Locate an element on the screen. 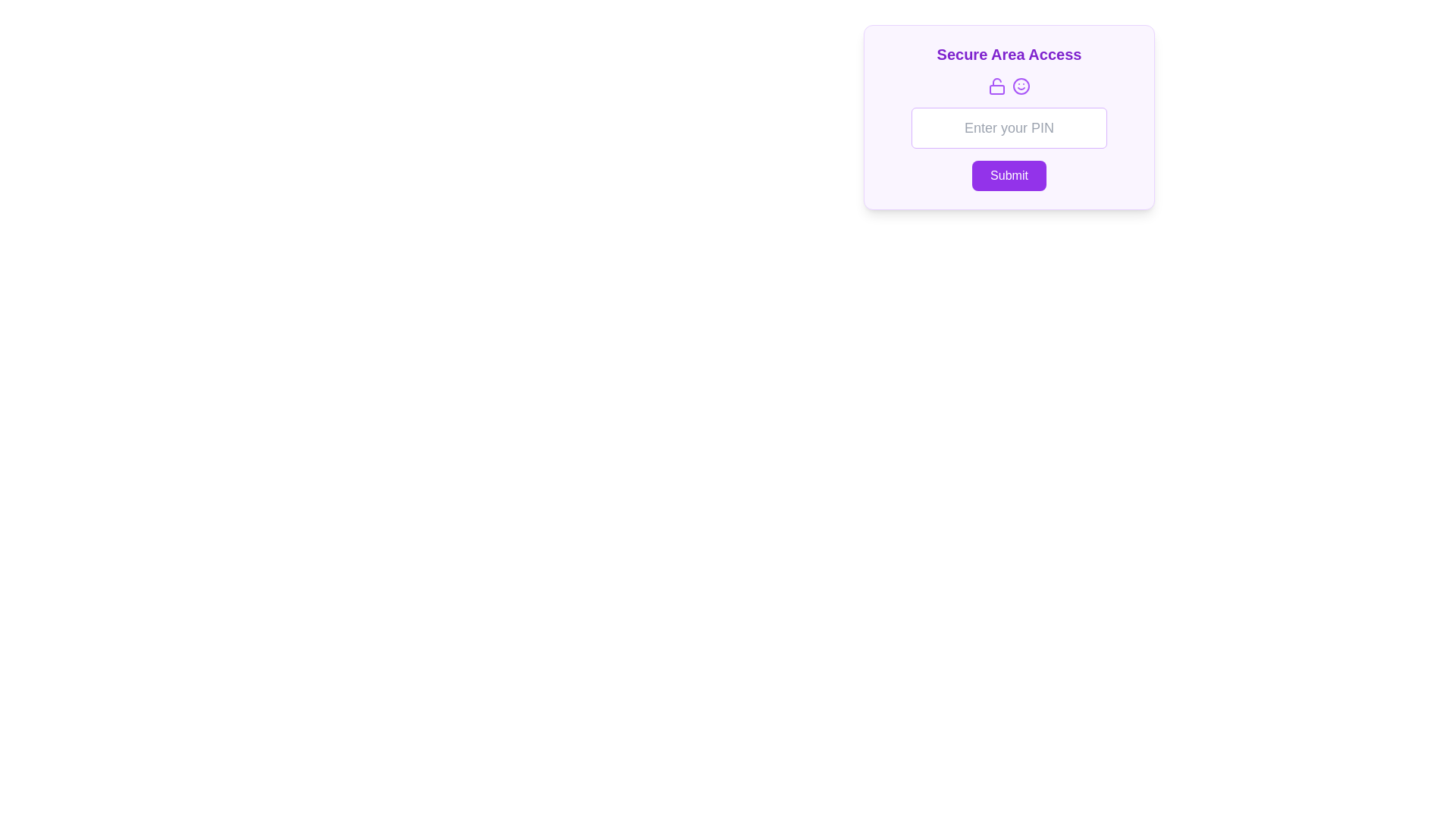 Image resolution: width=1456 pixels, height=819 pixels. the decorative icon positioned in the right section of the header for 'Secure Area Access', which is the second icon to the right of the lock-shaped icon is located at coordinates (1021, 86).